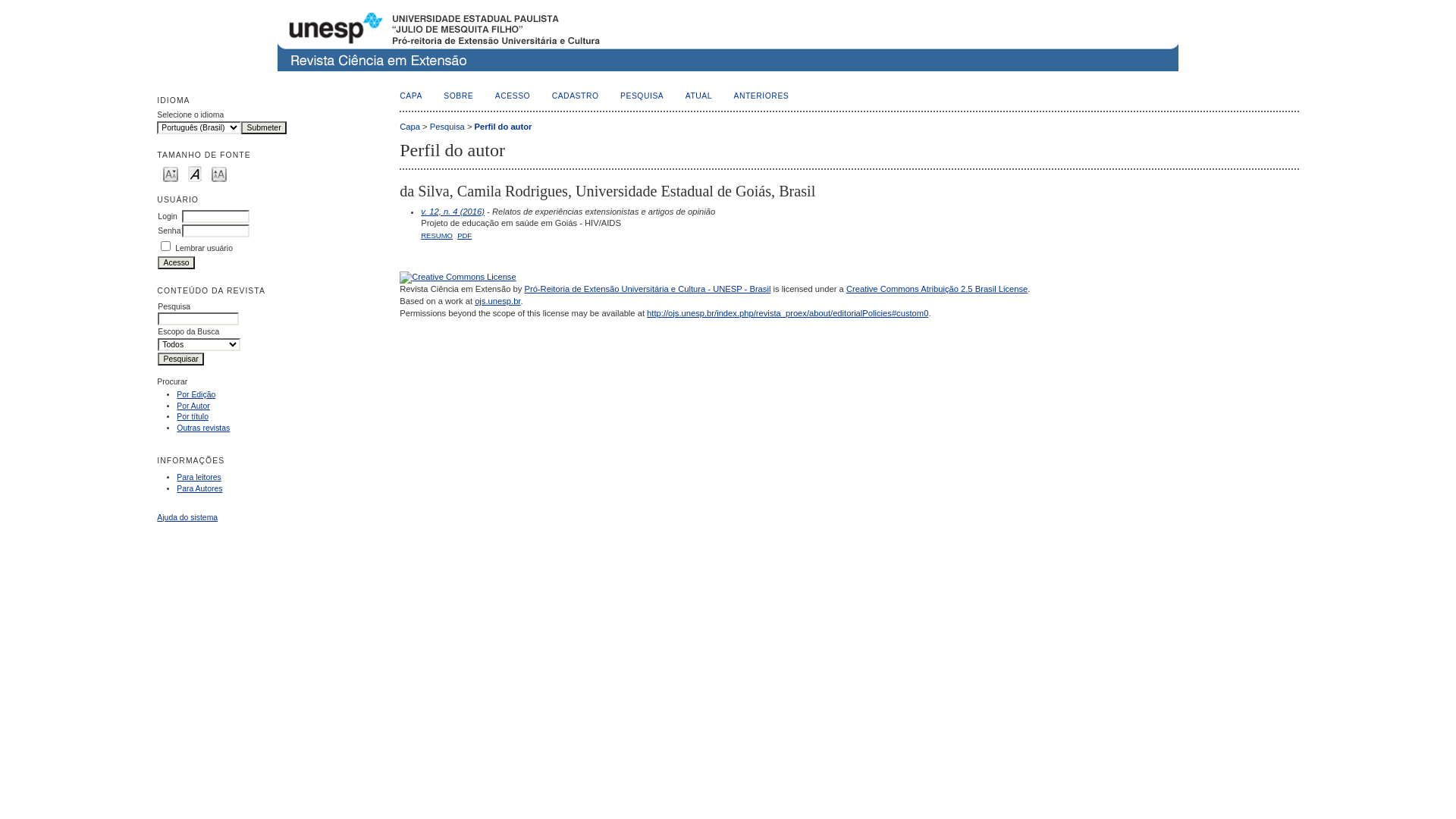  Describe the element at coordinates (761, 96) in the screenshot. I see `'ANTERIORES'` at that location.